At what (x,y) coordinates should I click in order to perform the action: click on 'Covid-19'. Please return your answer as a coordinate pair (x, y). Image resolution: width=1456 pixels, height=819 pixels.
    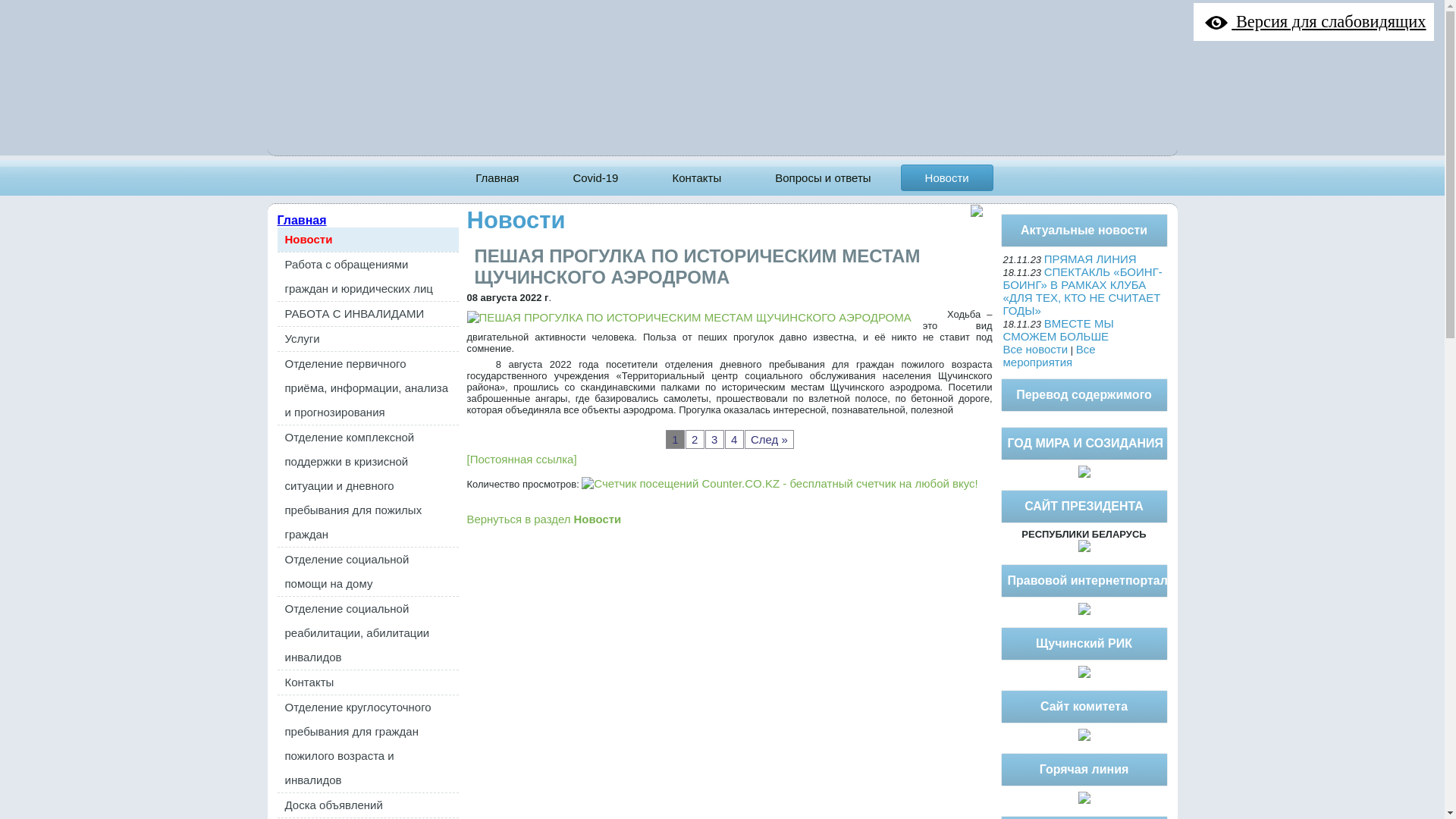
    Looking at the image, I should click on (595, 177).